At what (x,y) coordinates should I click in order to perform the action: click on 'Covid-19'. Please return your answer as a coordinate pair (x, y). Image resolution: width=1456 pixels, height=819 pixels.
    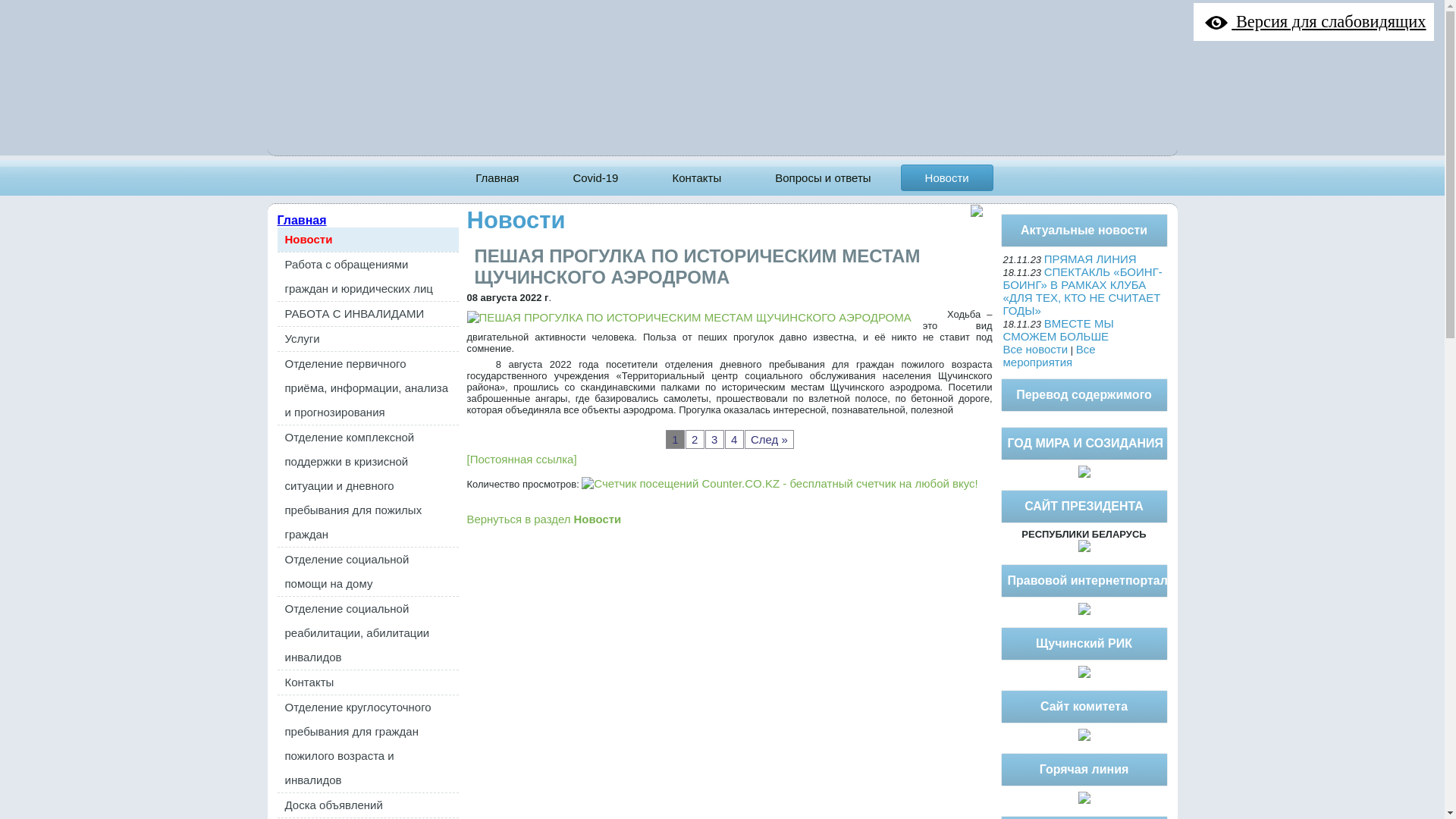
    Looking at the image, I should click on (595, 177).